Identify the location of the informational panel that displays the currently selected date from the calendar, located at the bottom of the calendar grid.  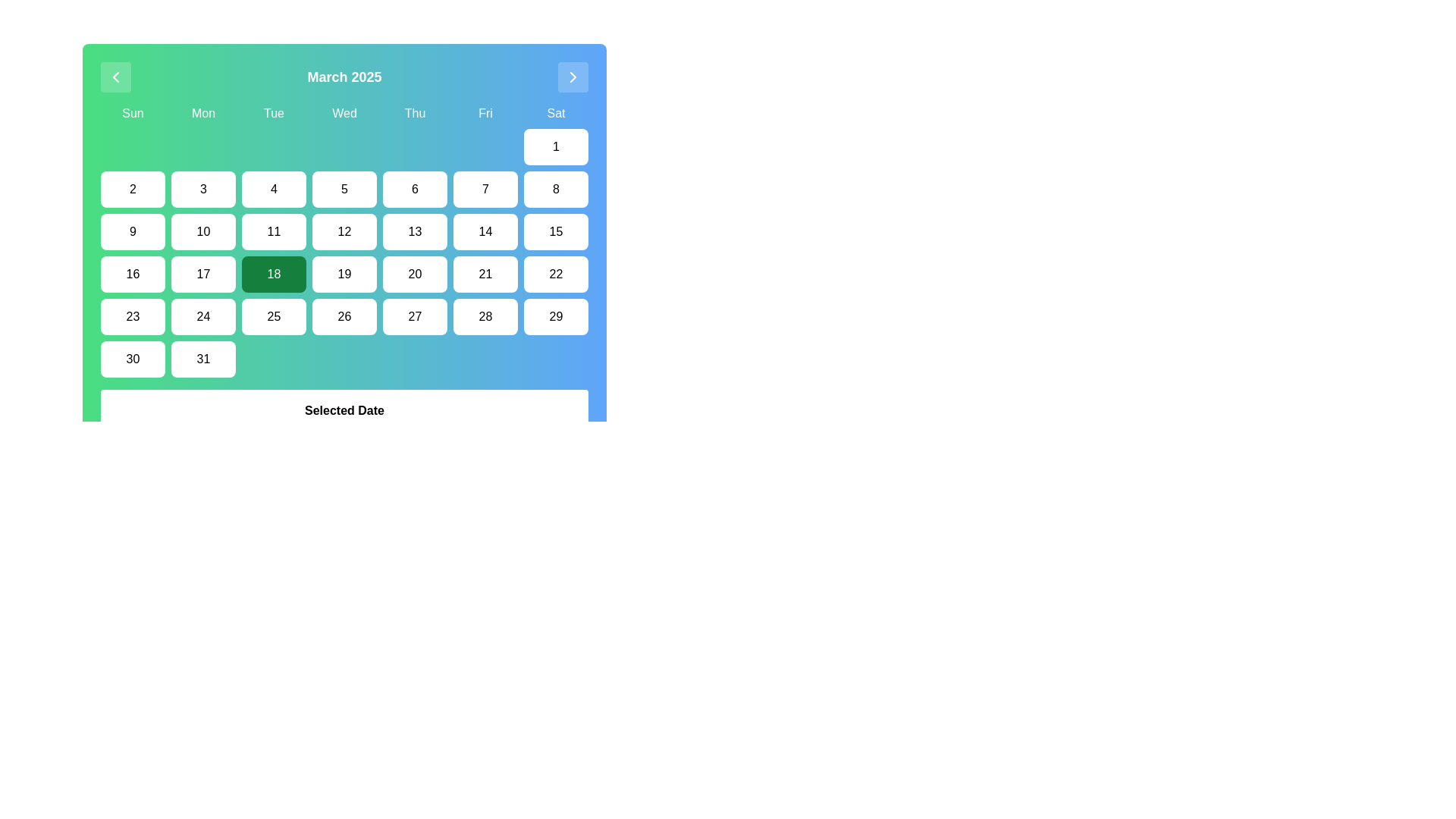
(344, 420).